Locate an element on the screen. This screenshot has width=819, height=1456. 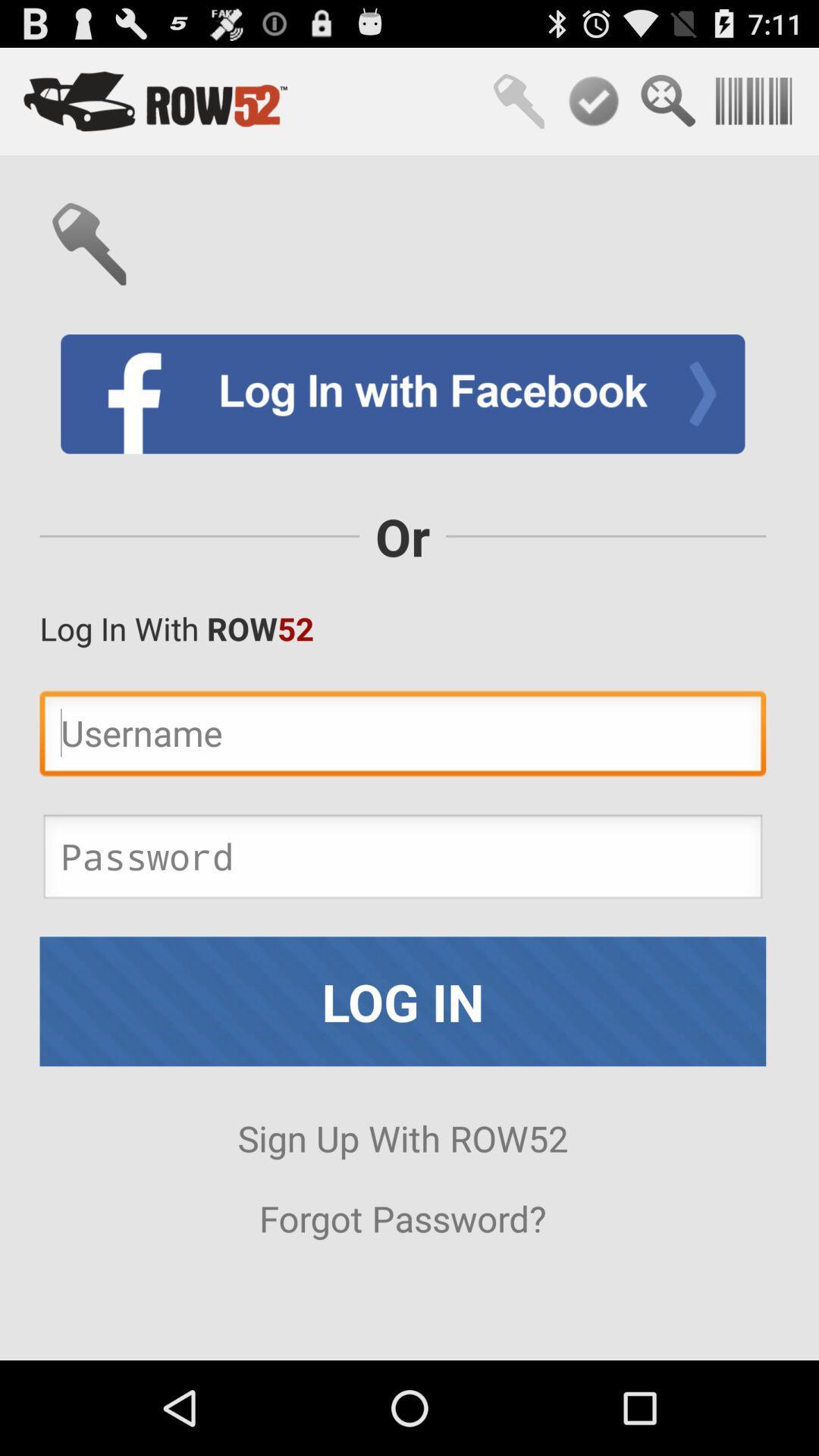
the check icon is located at coordinates (593, 108).